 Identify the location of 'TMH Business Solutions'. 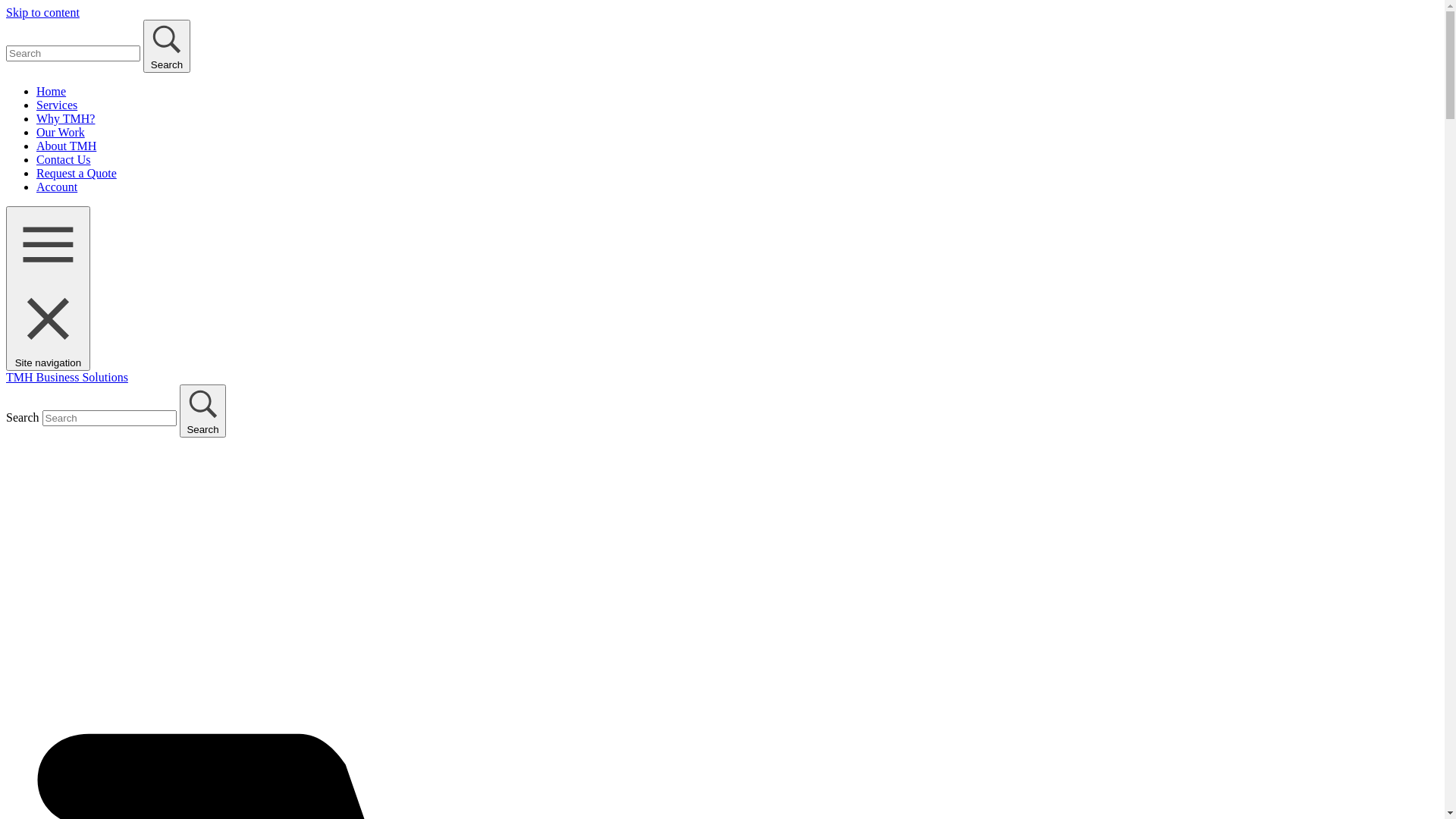
(66, 376).